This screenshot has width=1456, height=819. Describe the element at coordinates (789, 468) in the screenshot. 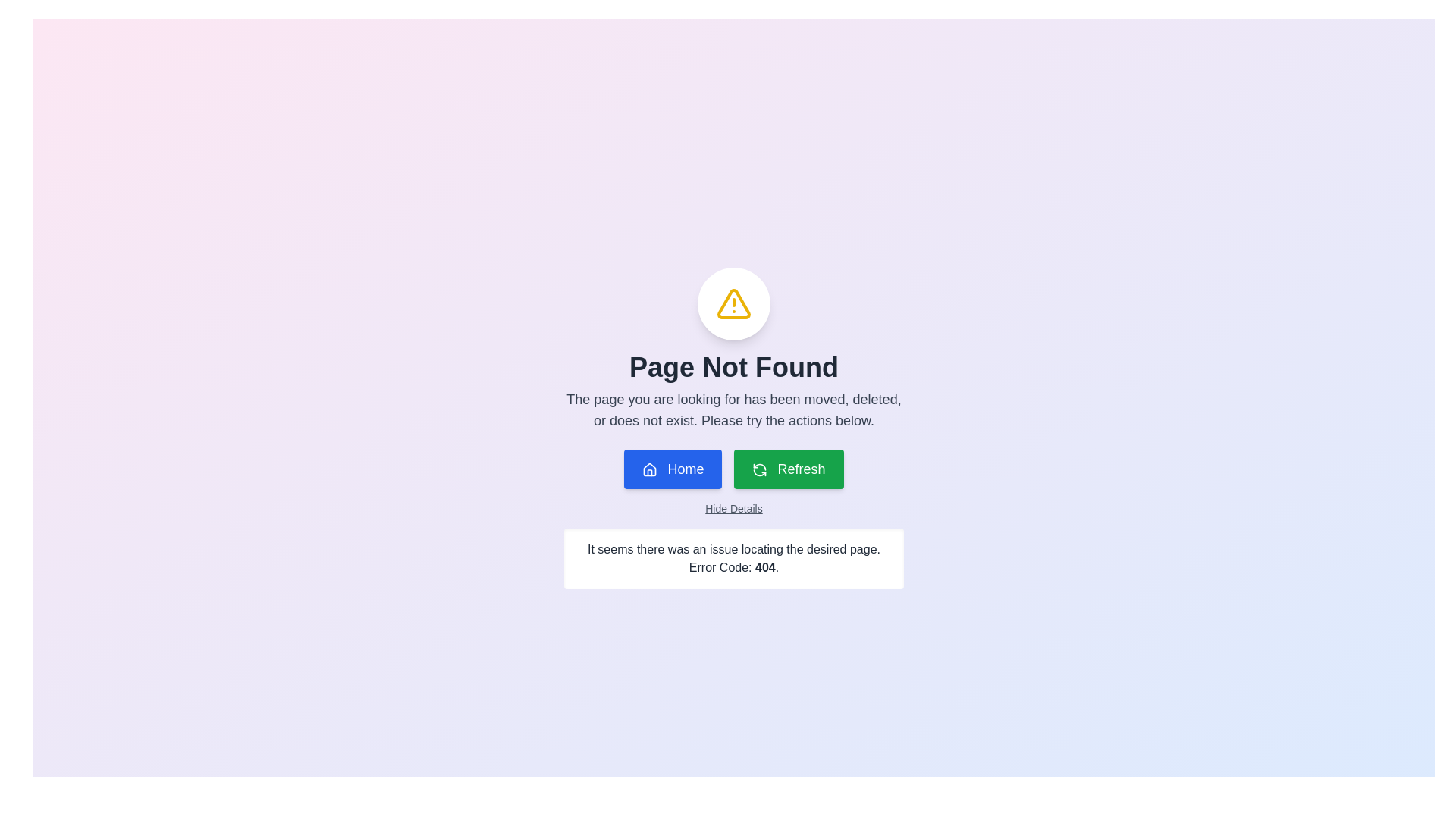

I see `the reload button located in the button group, which follows the 'Home' button with a blue background` at that location.